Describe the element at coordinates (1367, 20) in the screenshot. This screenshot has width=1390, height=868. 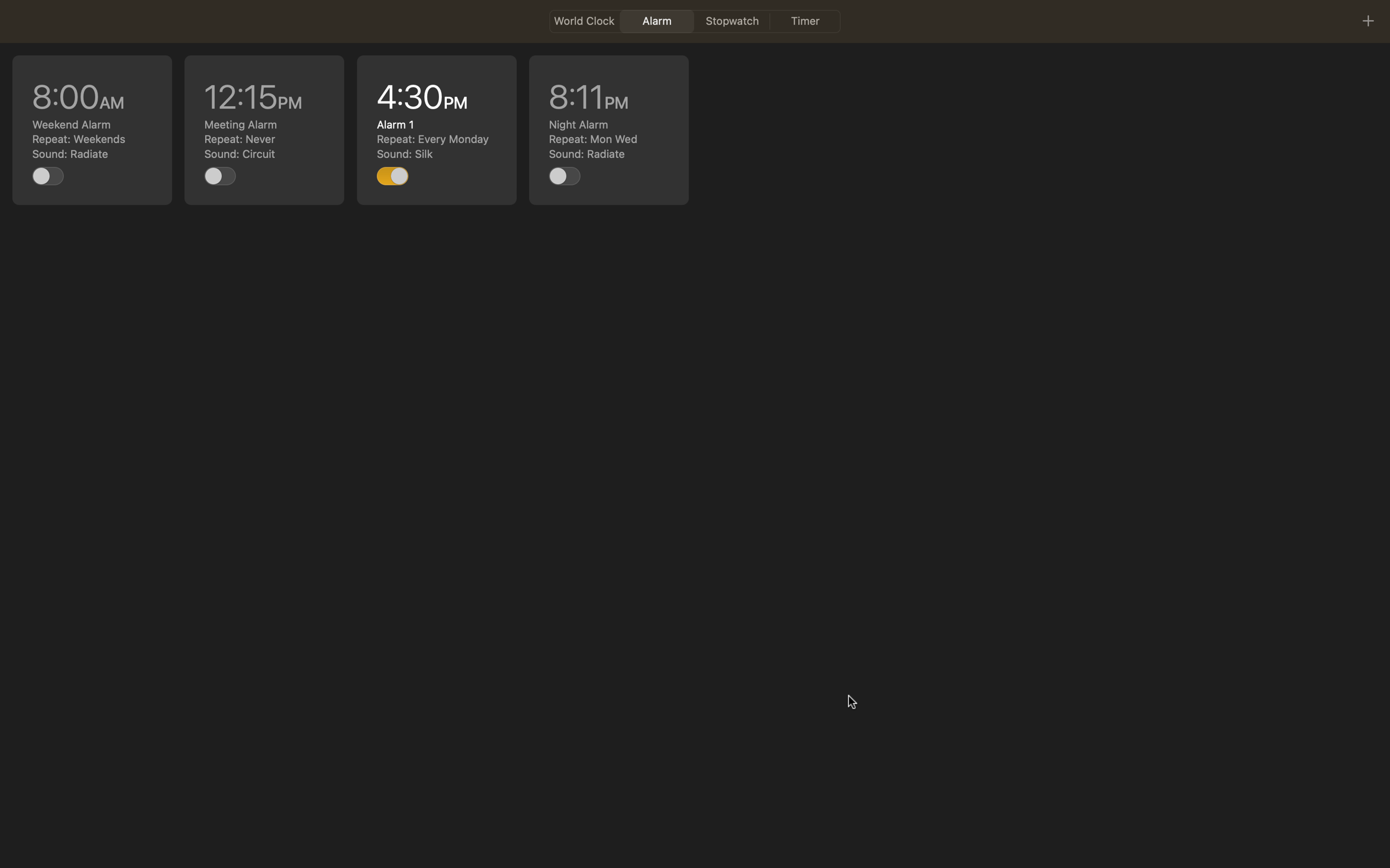
I see `Add new alarm by hitting the plus icon` at that location.